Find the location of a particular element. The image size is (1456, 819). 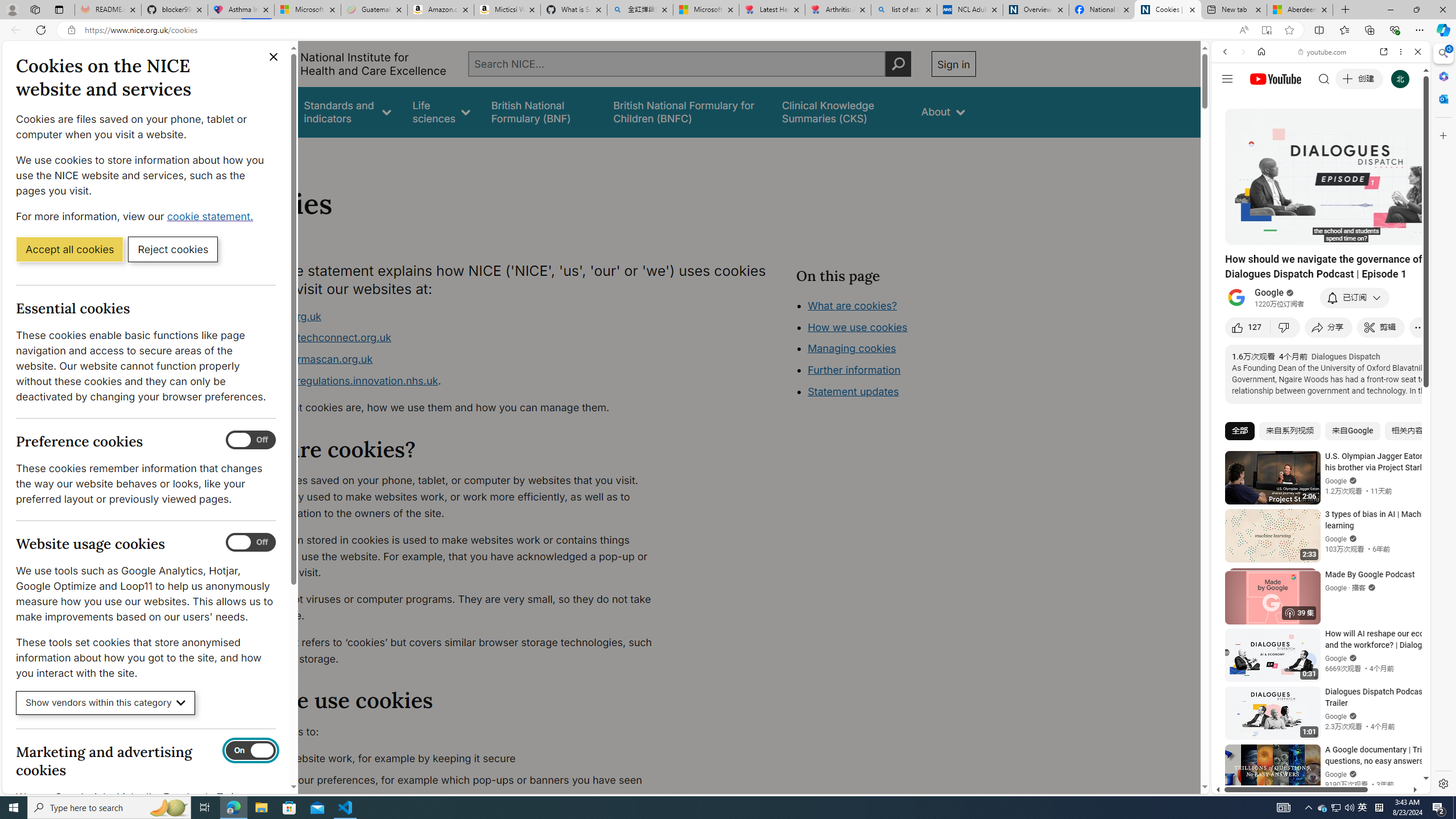

'WEB  ' is located at coordinates (1230, 130).